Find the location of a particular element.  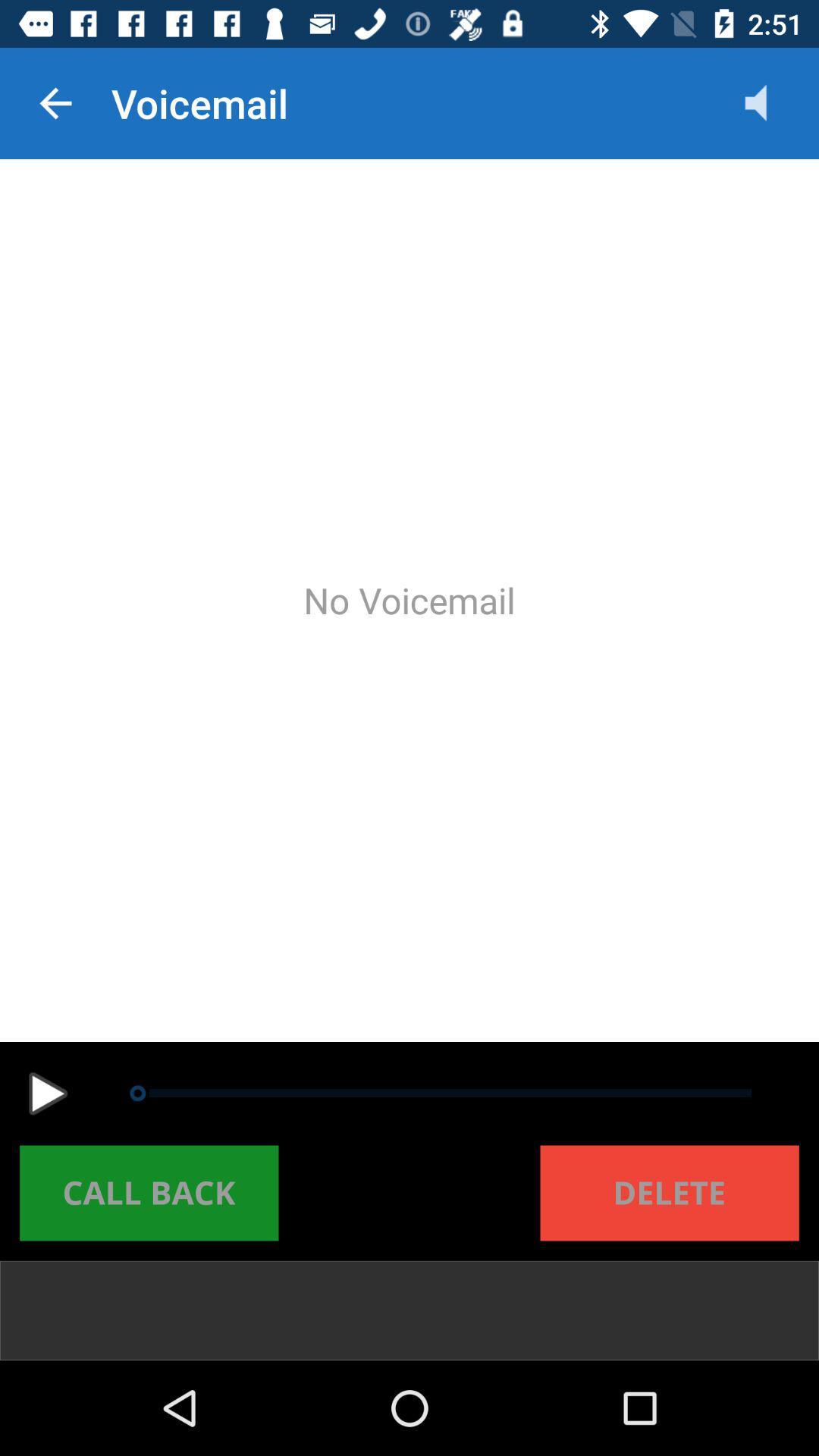

audio is located at coordinates (47, 1094).